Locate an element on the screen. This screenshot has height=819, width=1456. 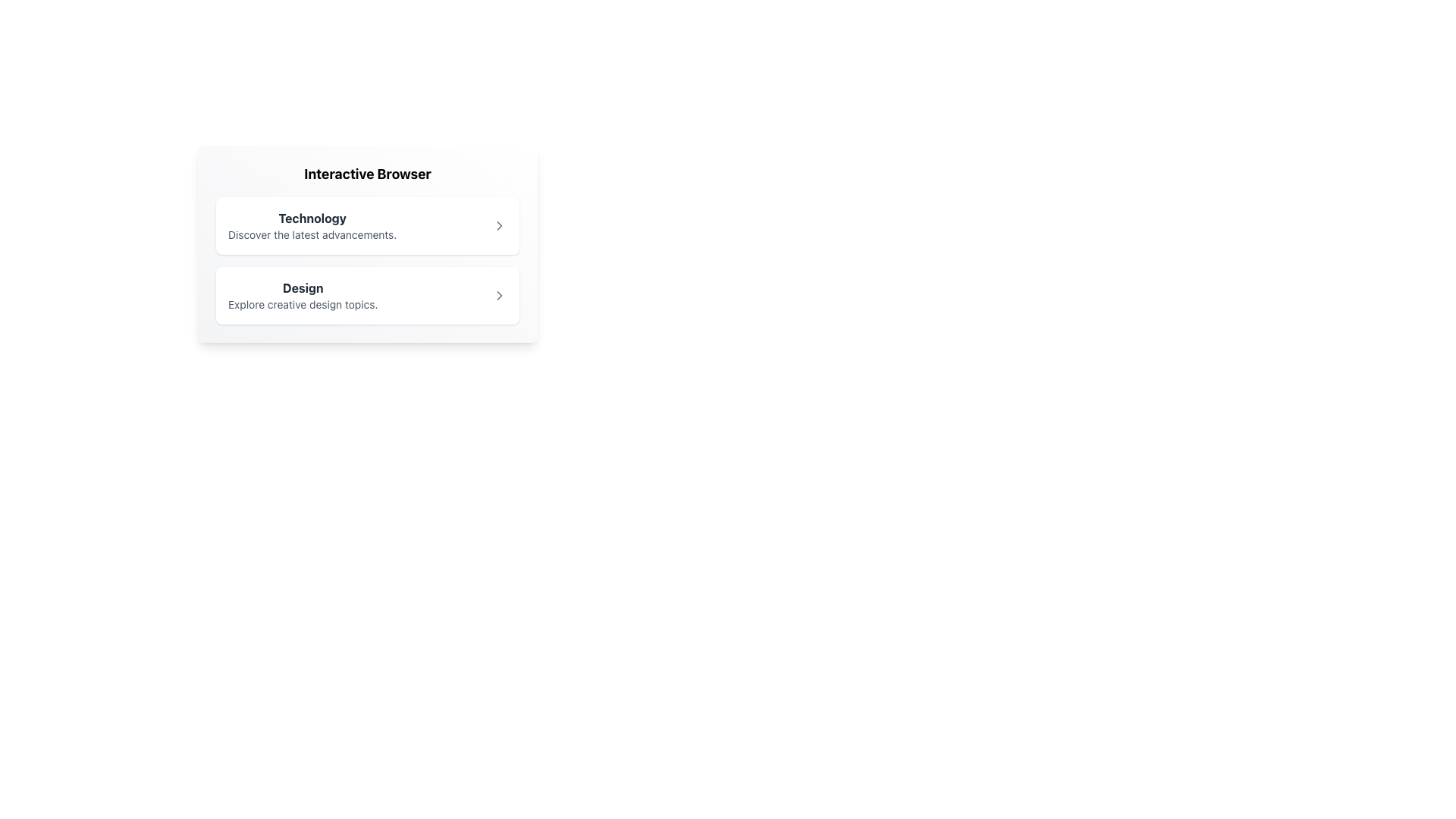
the chevron icon located in the 'Design' section is located at coordinates (499, 295).